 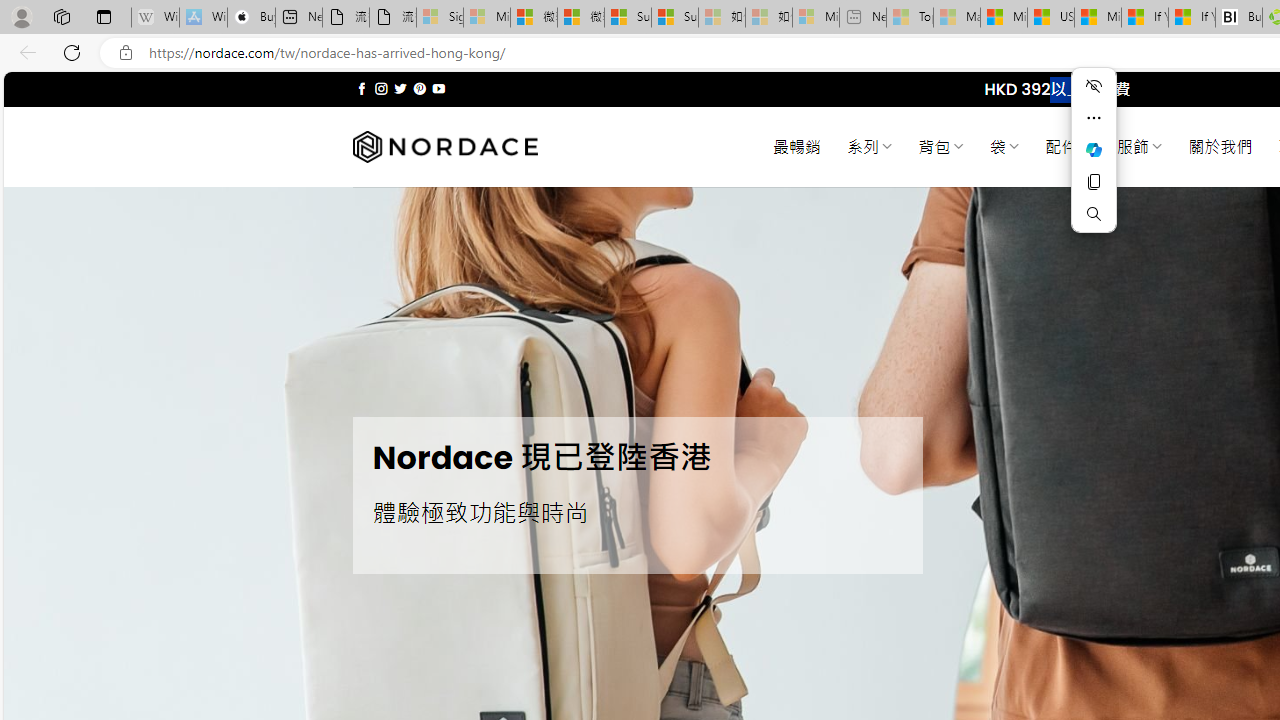 I want to click on 'Follow on Pinterest', so click(x=418, y=88).